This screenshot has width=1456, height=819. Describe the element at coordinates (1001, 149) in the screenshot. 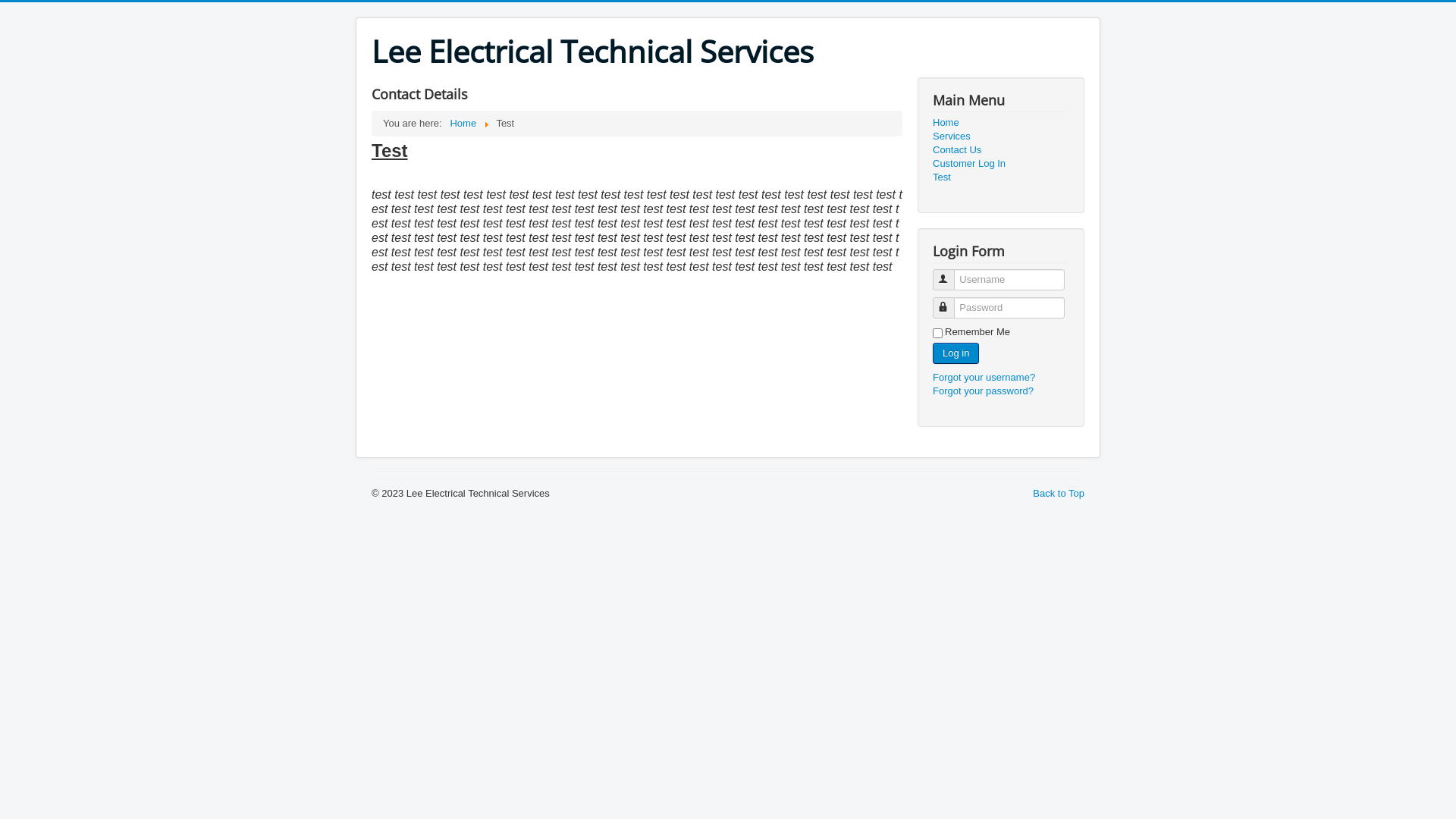

I see `'Contact Us'` at that location.